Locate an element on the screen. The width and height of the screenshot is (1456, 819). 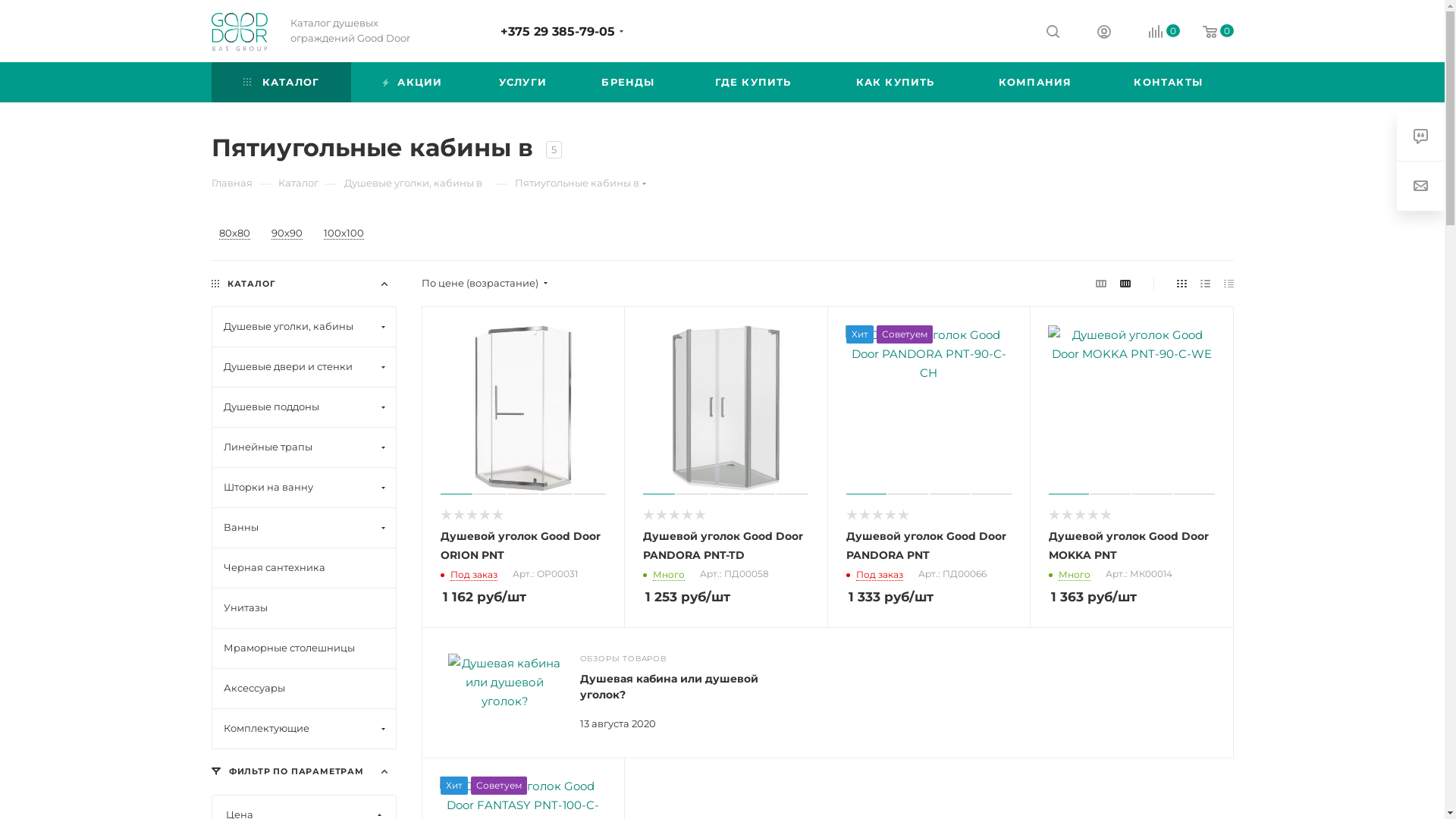
'80x80' is located at coordinates (233, 234).